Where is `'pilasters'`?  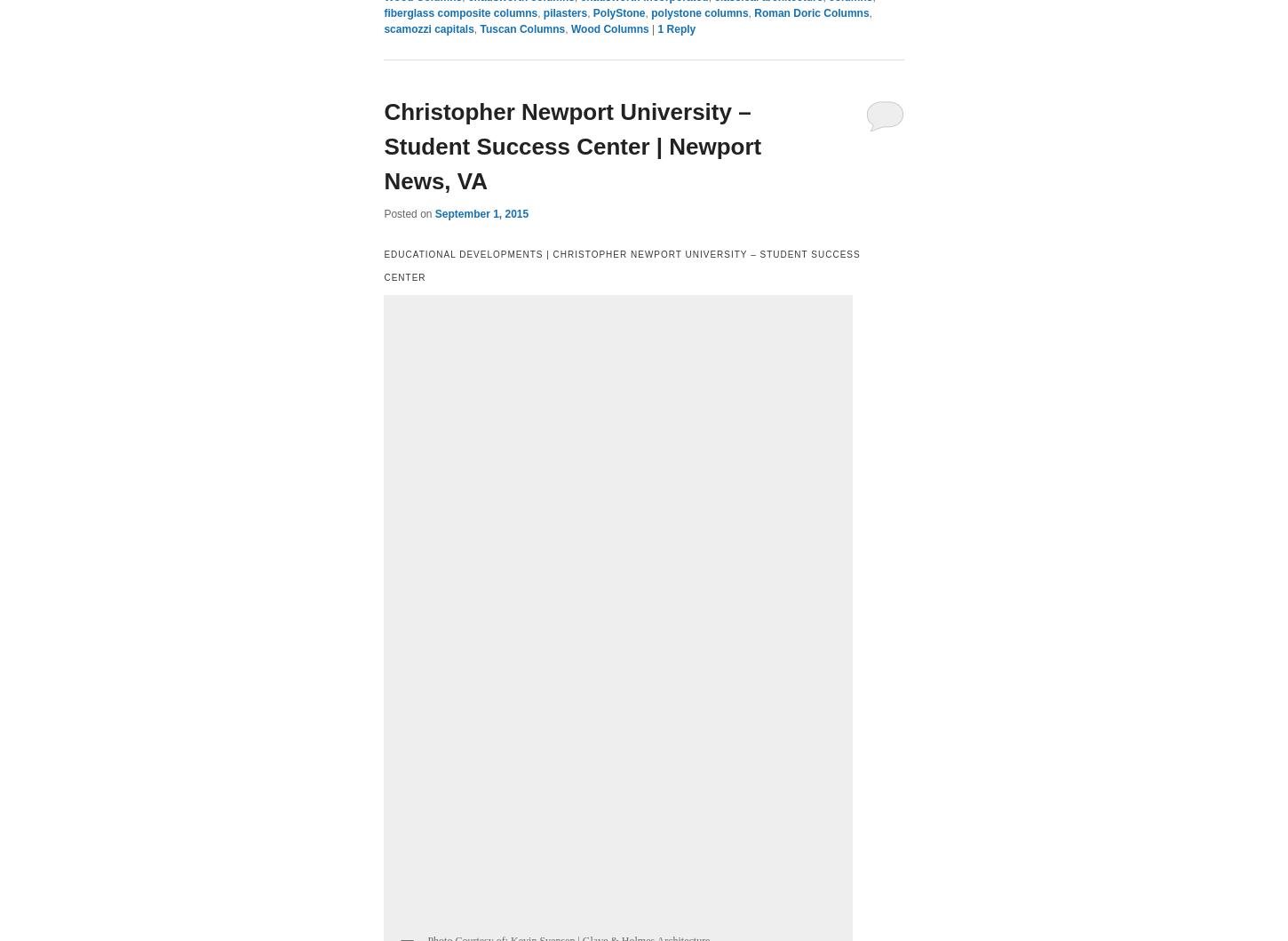 'pilasters' is located at coordinates (563, 13).